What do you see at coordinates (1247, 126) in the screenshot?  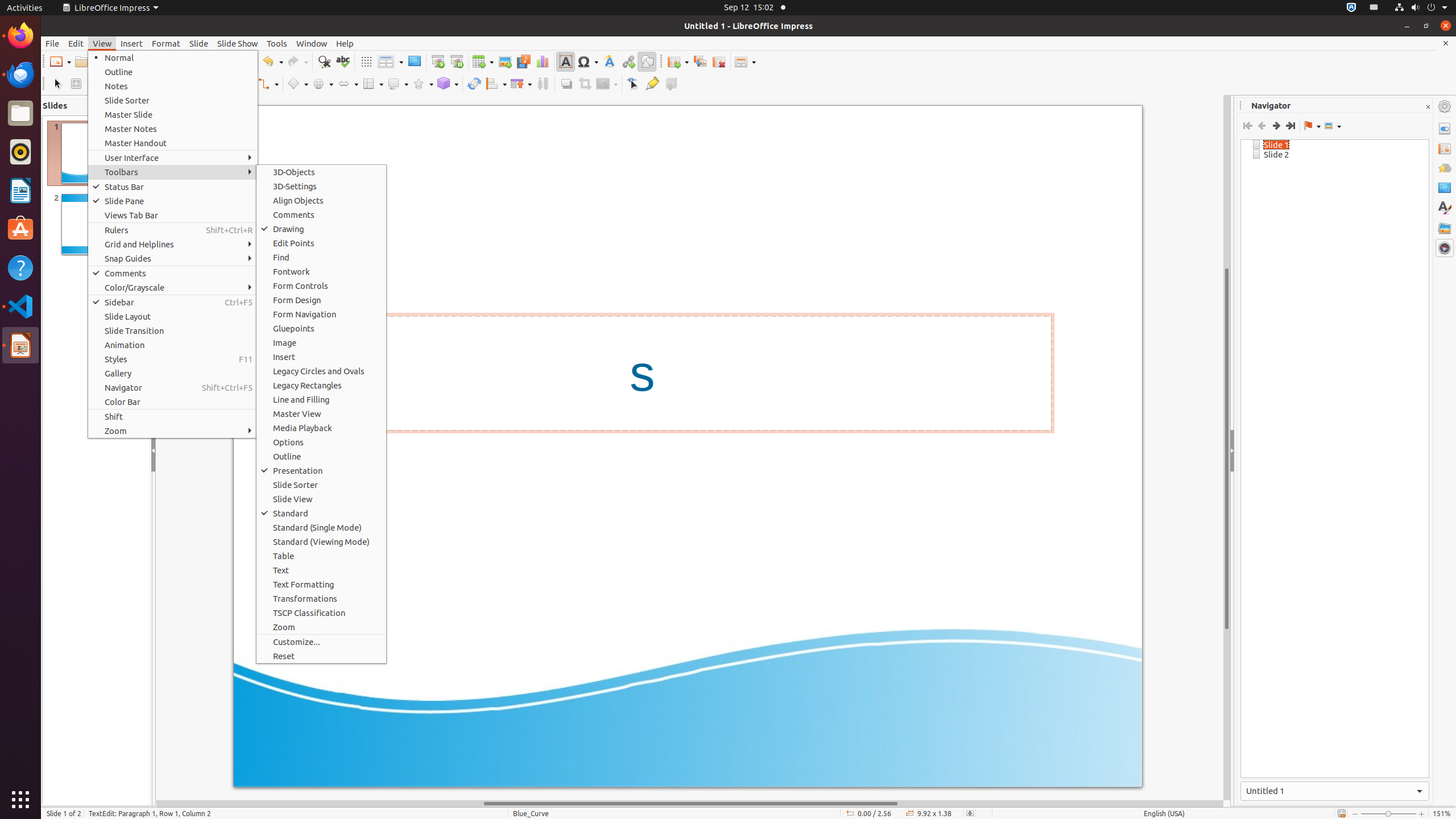 I see `'First Slide'` at bounding box center [1247, 126].